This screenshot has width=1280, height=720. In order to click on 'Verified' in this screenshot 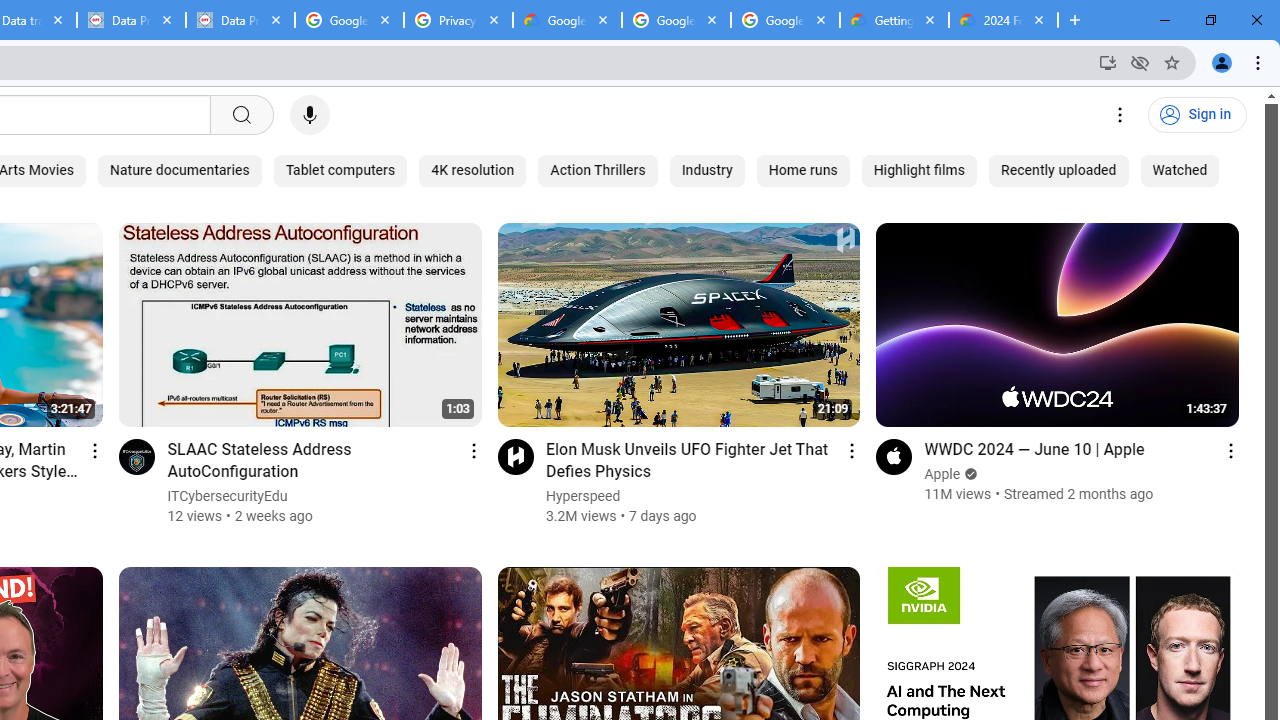, I will do `click(969, 474)`.